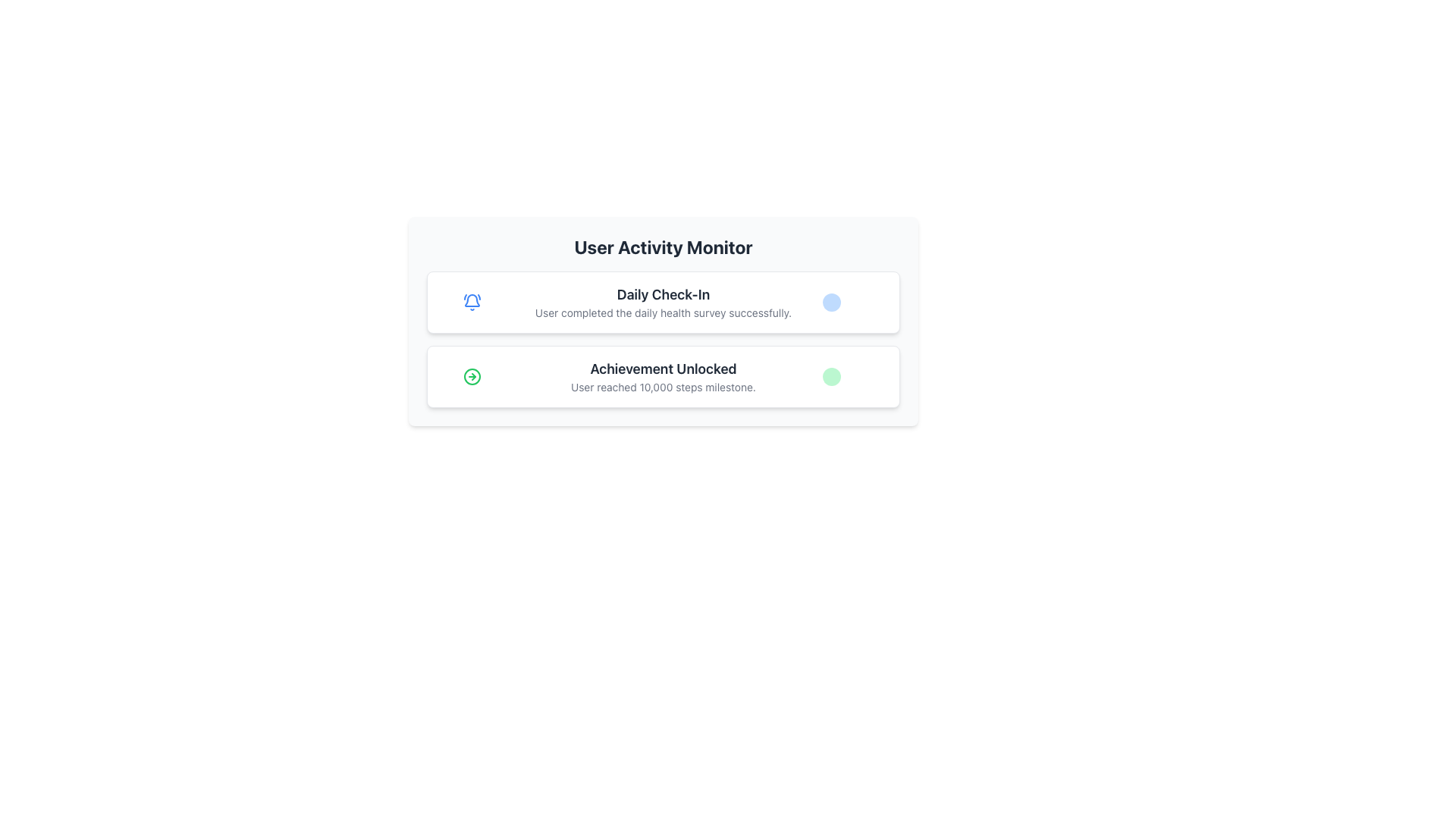  What do you see at coordinates (831, 302) in the screenshot?
I see `the Status Indicator for the 'Daily Check-In', which denotes 'active' status and is positioned on the right side of the row next to the status description` at bounding box center [831, 302].